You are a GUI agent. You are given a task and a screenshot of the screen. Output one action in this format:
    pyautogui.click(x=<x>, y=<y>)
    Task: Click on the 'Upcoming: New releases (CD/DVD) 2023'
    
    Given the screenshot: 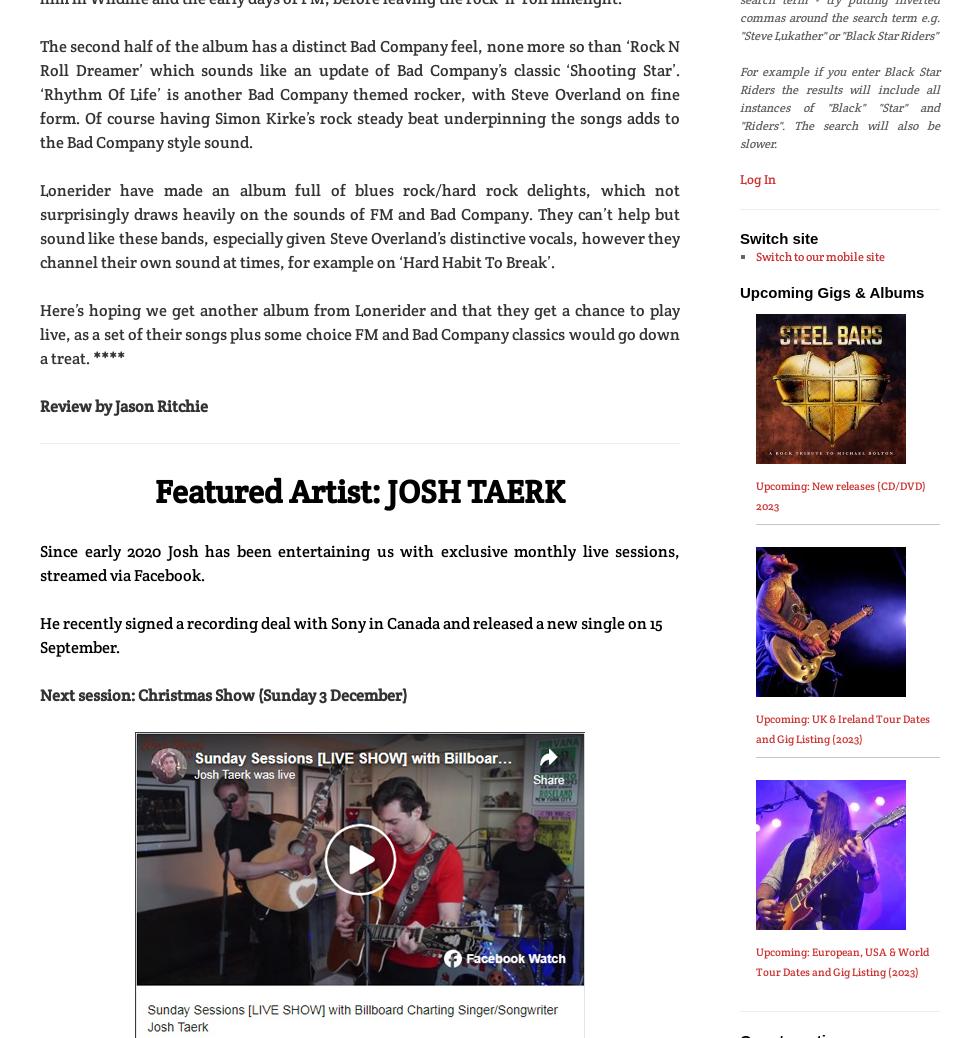 What is the action you would take?
    pyautogui.click(x=839, y=495)
    